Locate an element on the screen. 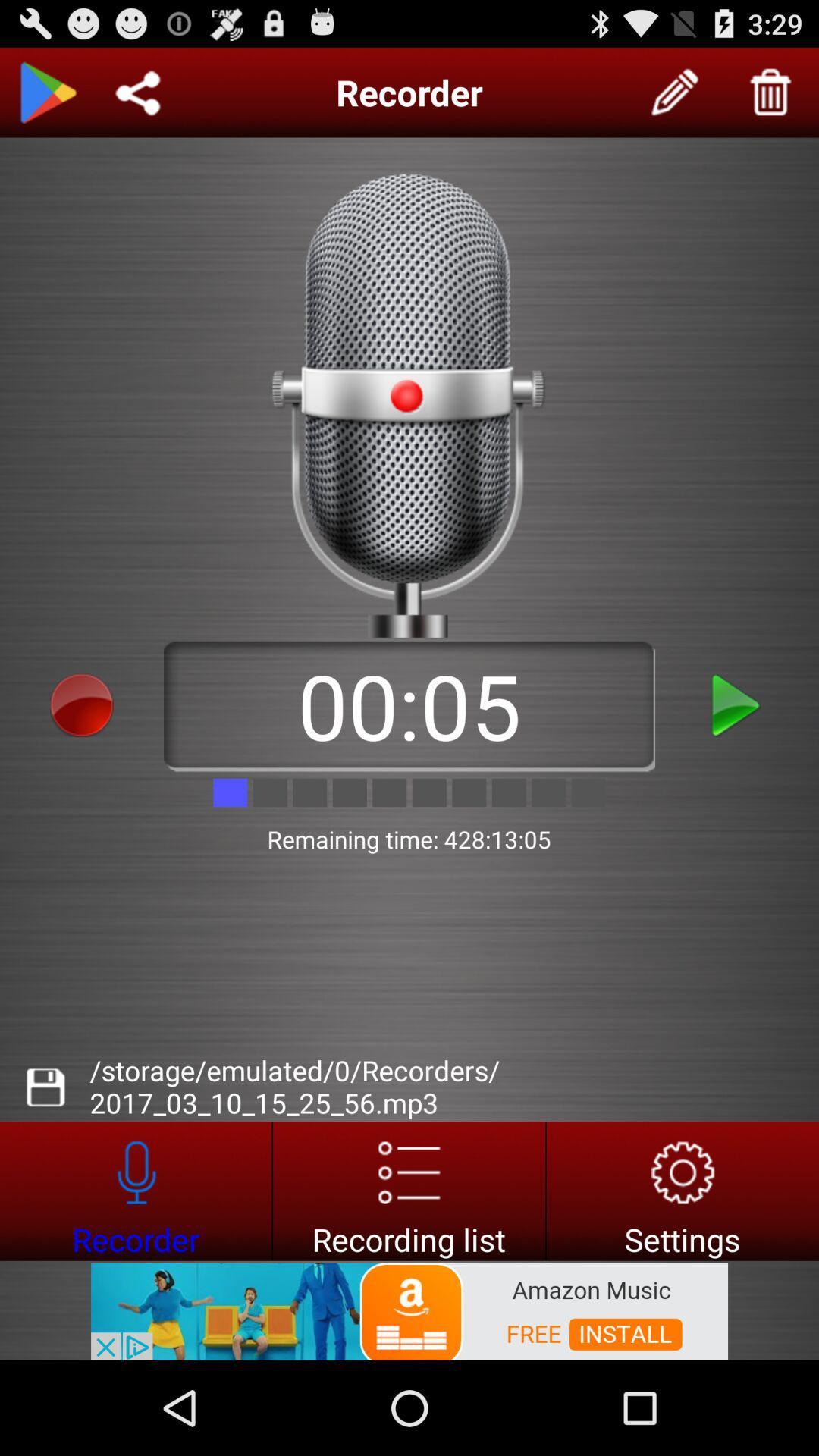 The width and height of the screenshot is (819, 1456). open the recording list is located at coordinates (408, 1190).